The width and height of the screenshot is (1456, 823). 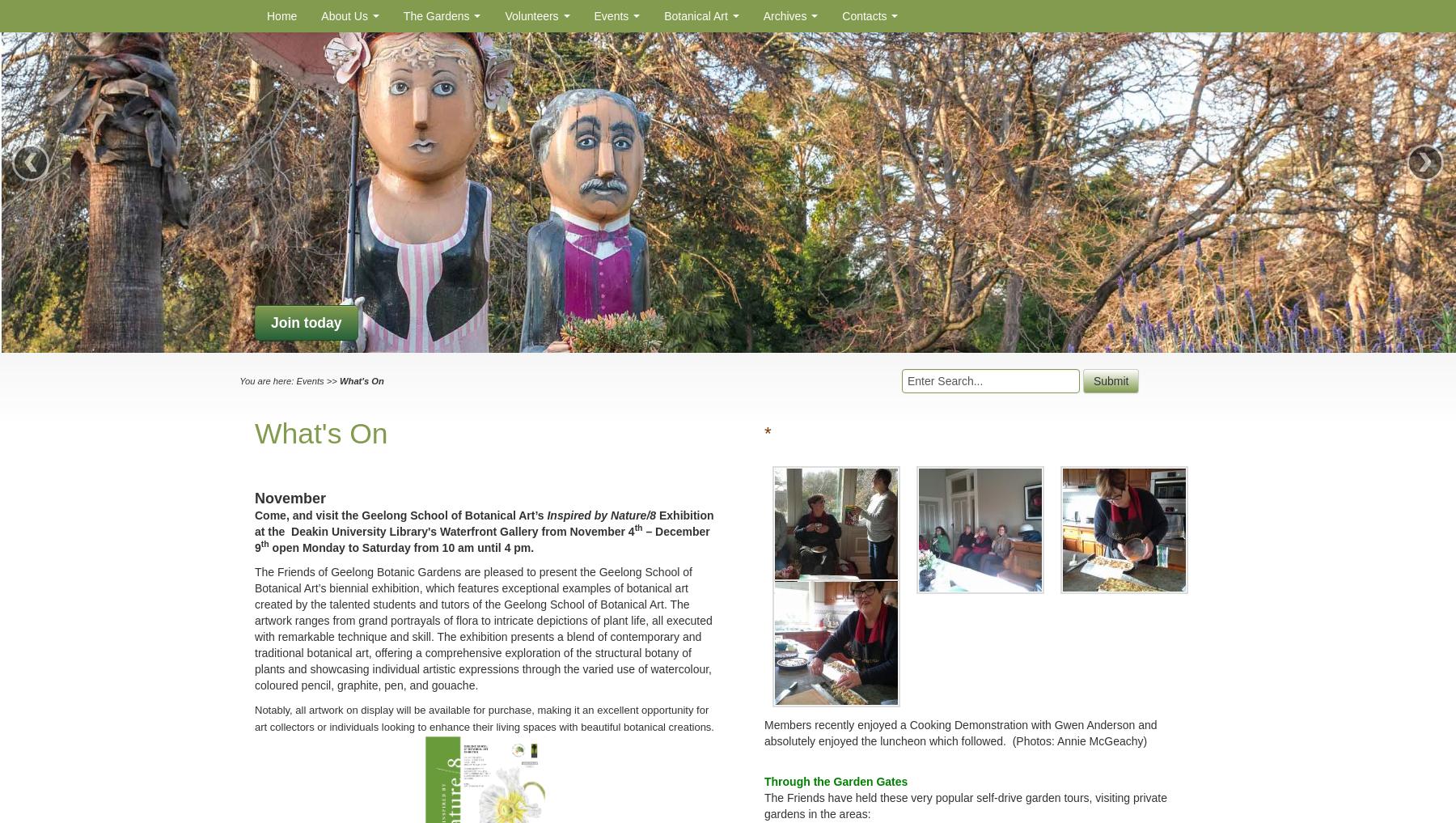 What do you see at coordinates (764, 805) in the screenshot?
I see `'The Friends have held these very popular self-drive garden tours, visiting private gardens in the areas:'` at bounding box center [764, 805].